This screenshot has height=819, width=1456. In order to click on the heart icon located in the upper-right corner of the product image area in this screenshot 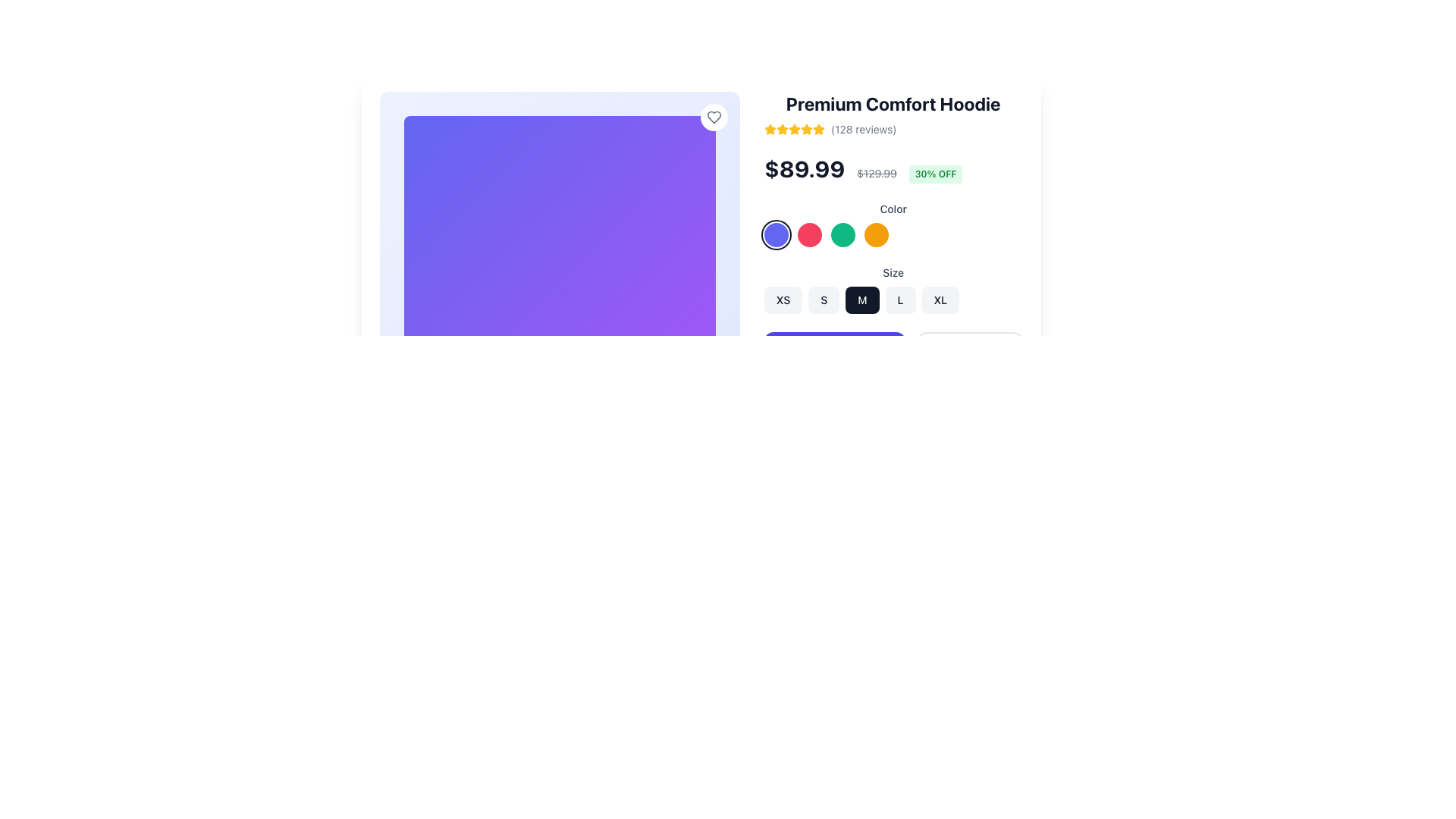, I will do `click(713, 116)`.